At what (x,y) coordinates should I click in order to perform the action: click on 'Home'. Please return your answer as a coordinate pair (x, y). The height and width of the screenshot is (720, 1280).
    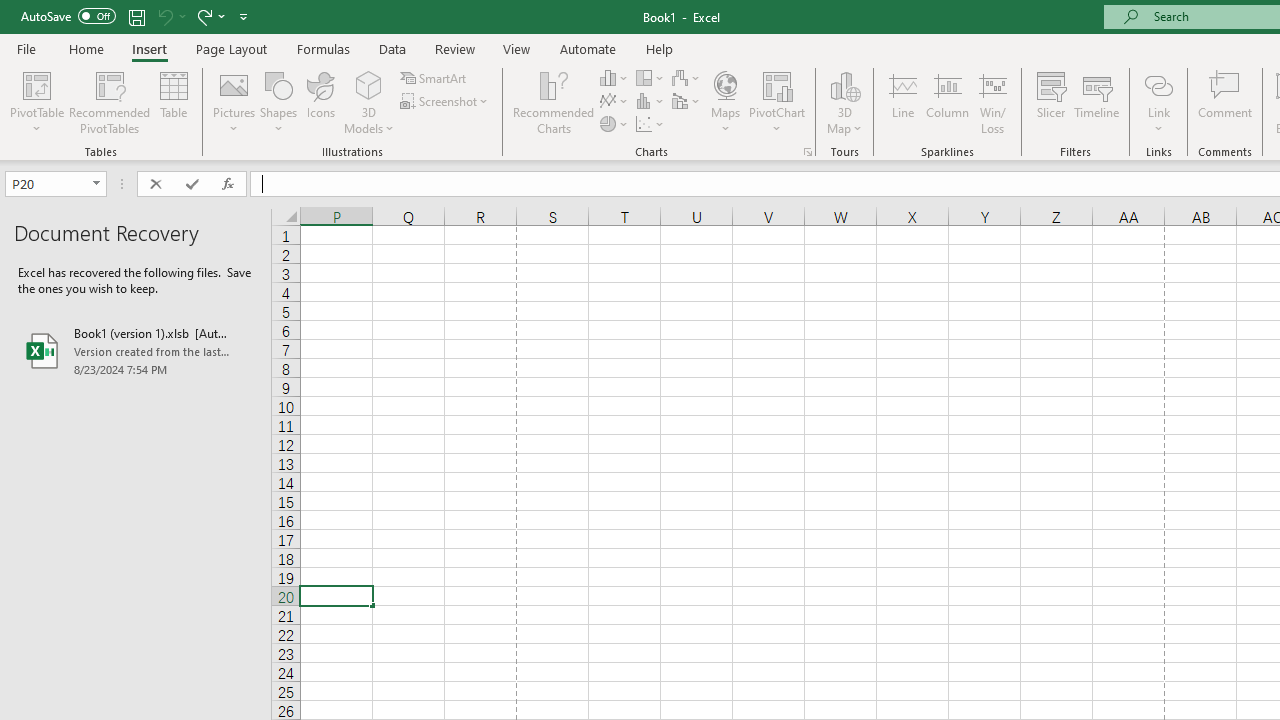
    Looking at the image, I should click on (85, 48).